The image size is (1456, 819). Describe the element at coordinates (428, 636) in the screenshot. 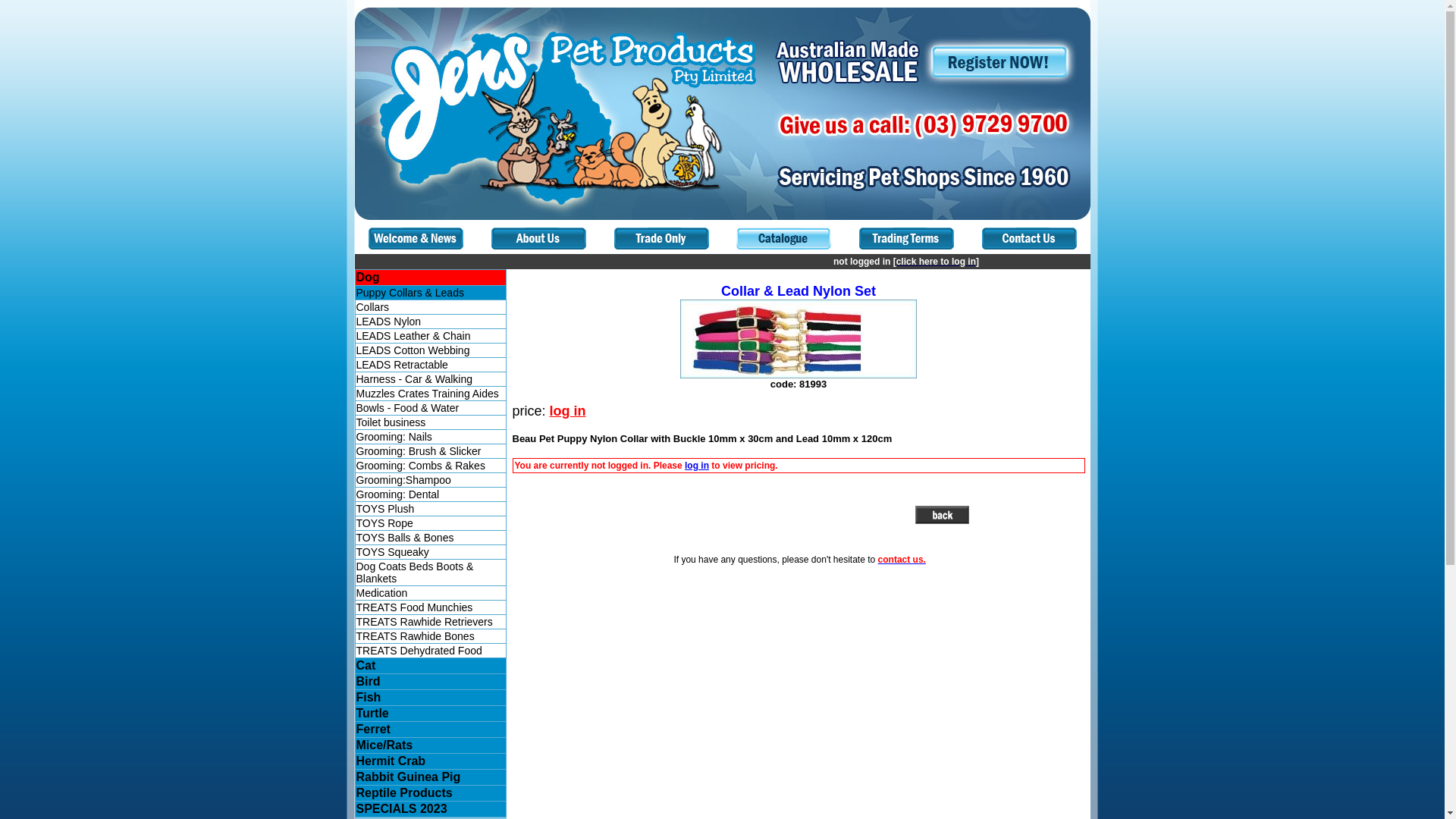

I see `'TREATS Rawhide Bones'` at that location.